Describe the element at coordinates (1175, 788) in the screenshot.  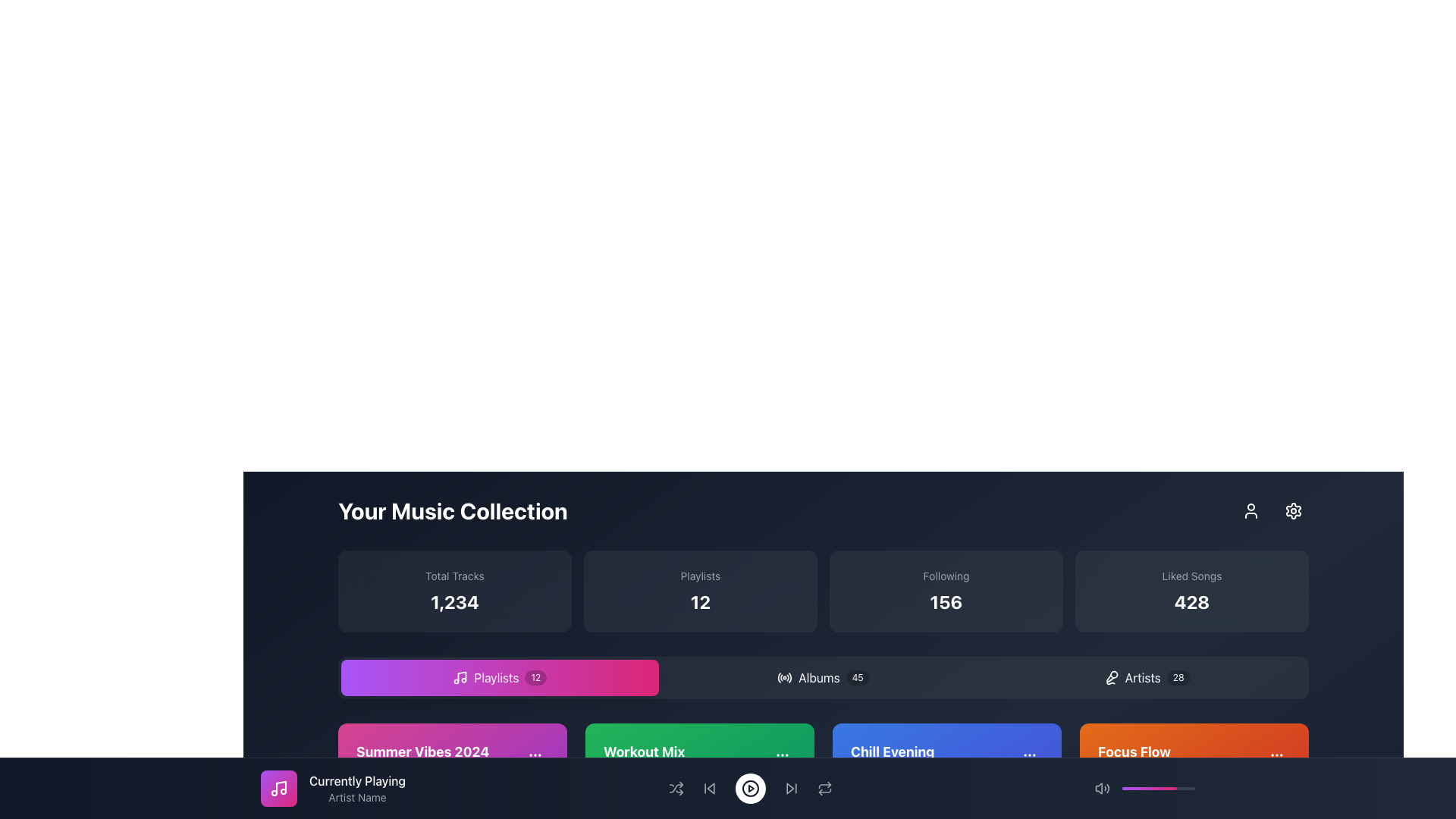
I see `progress` at that location.